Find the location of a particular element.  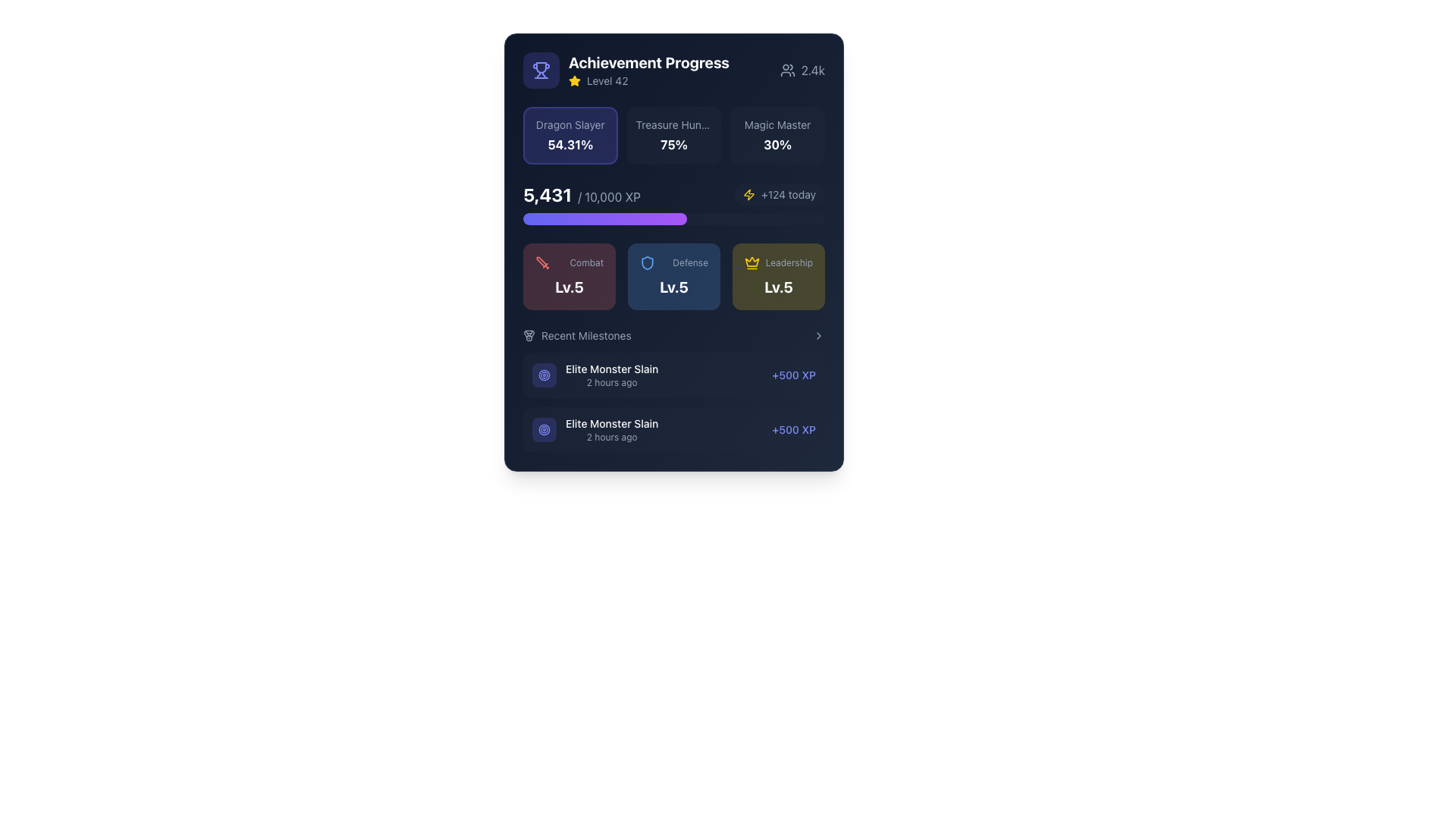

the Text label displaying '2.4k' in light gray color, located at the top right corner of the 'Achievement Progress' card is located at coordinates (812, 70).